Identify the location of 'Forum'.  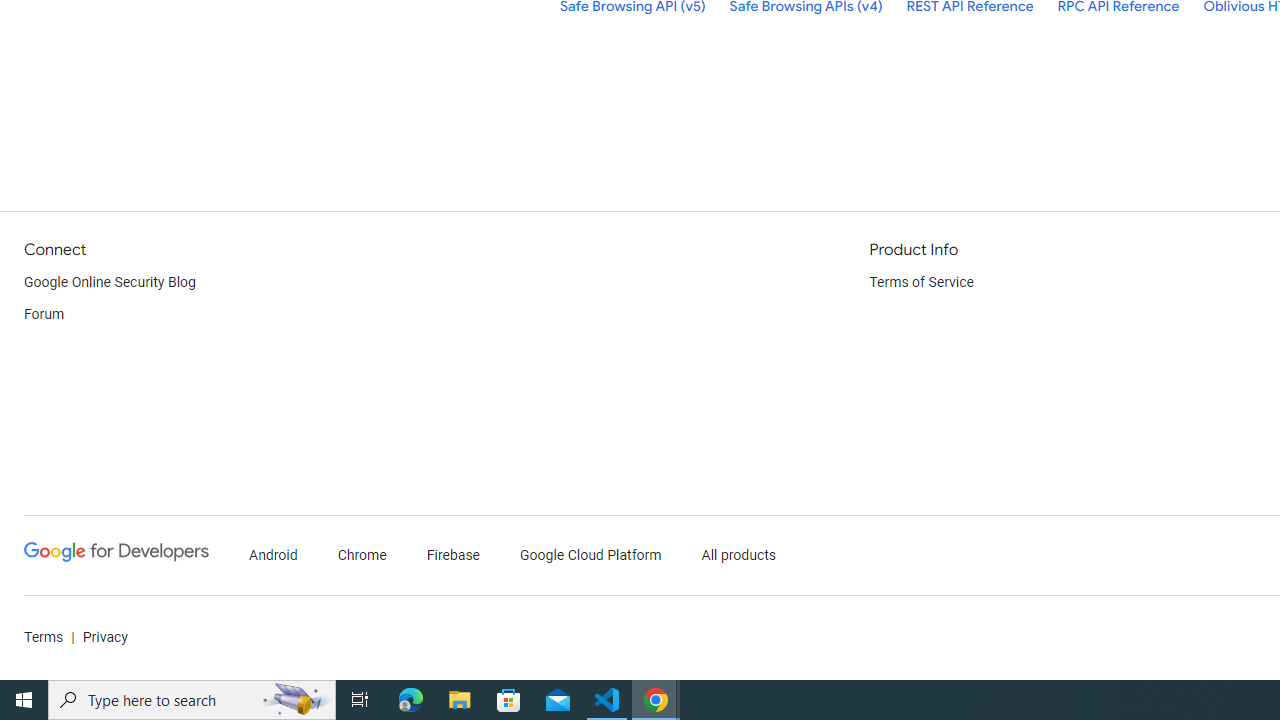
(44, 315).